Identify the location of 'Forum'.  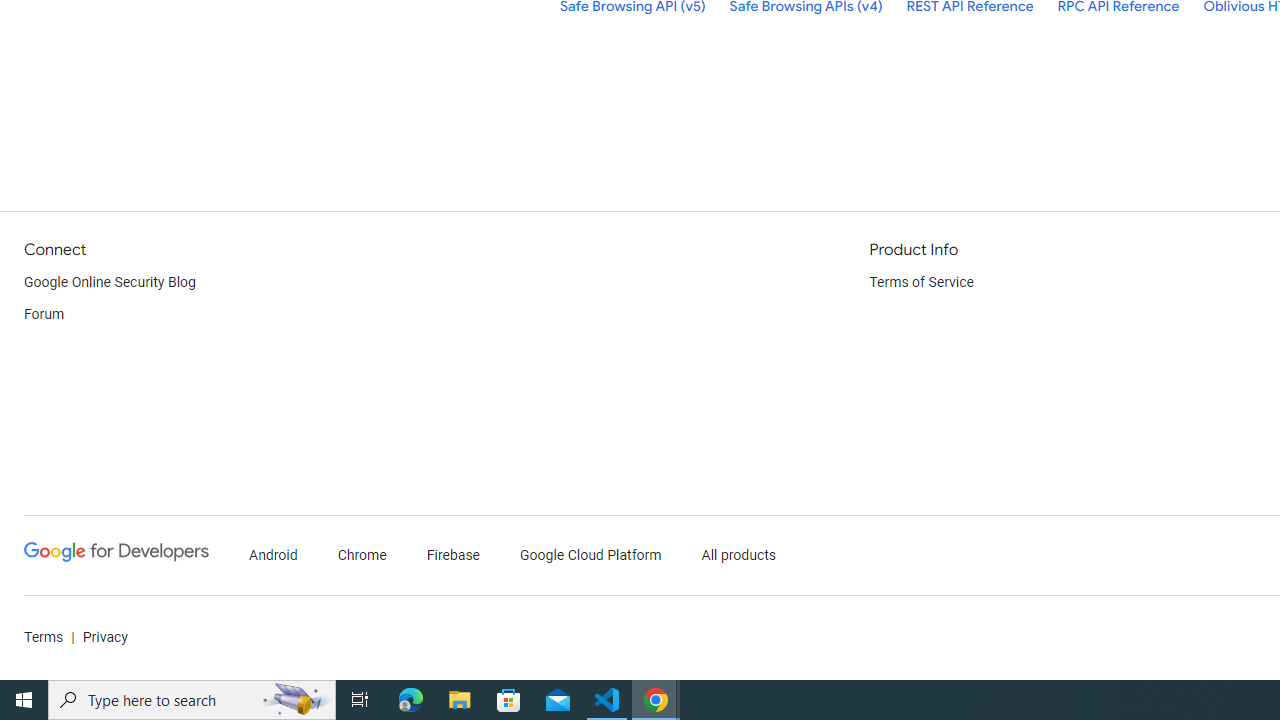
(44, 315).